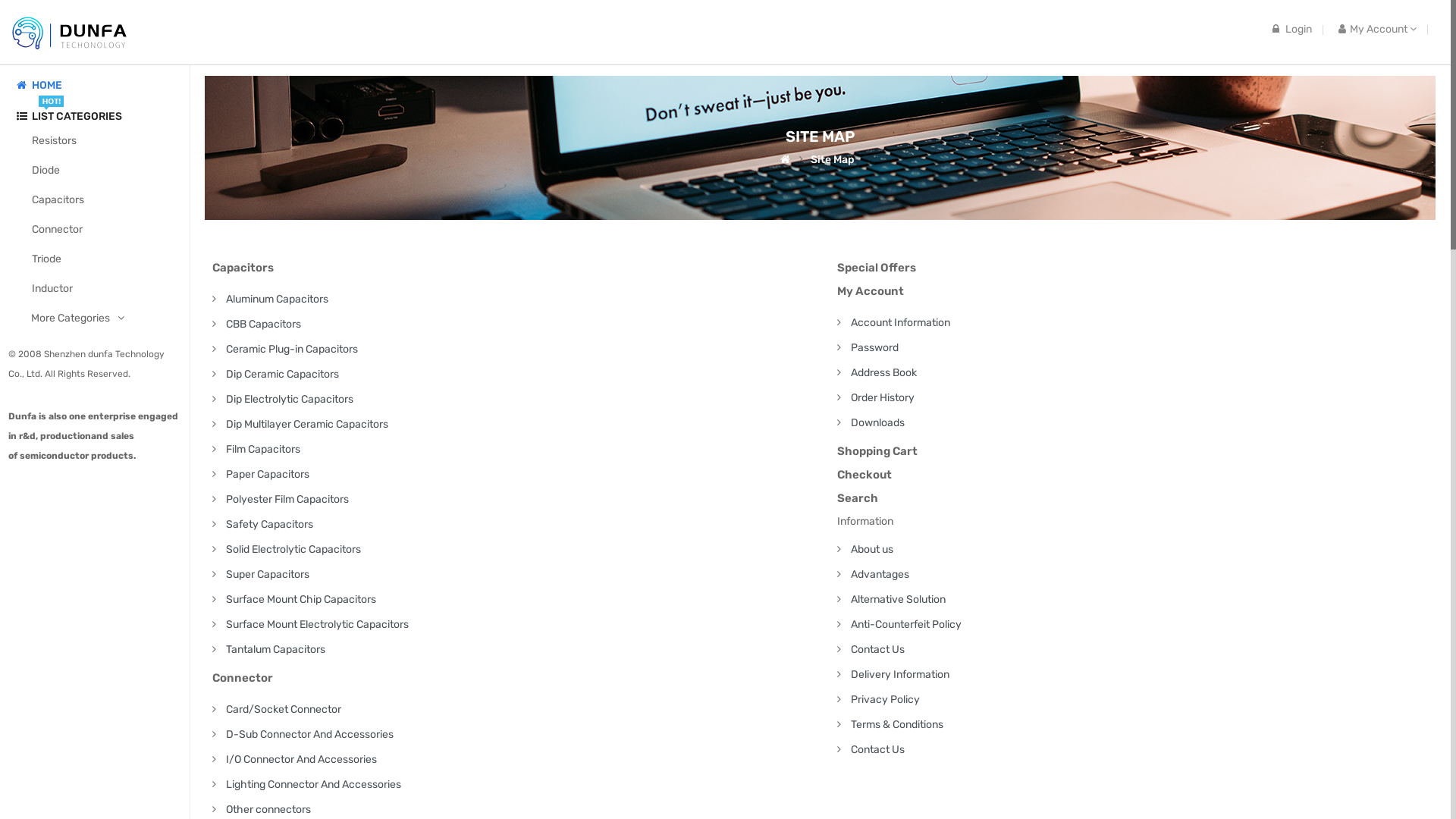  What do you see at coordinates (1377, 29) in the screenshot?
I see `'My Account'` at bounding box center [1377, 29].